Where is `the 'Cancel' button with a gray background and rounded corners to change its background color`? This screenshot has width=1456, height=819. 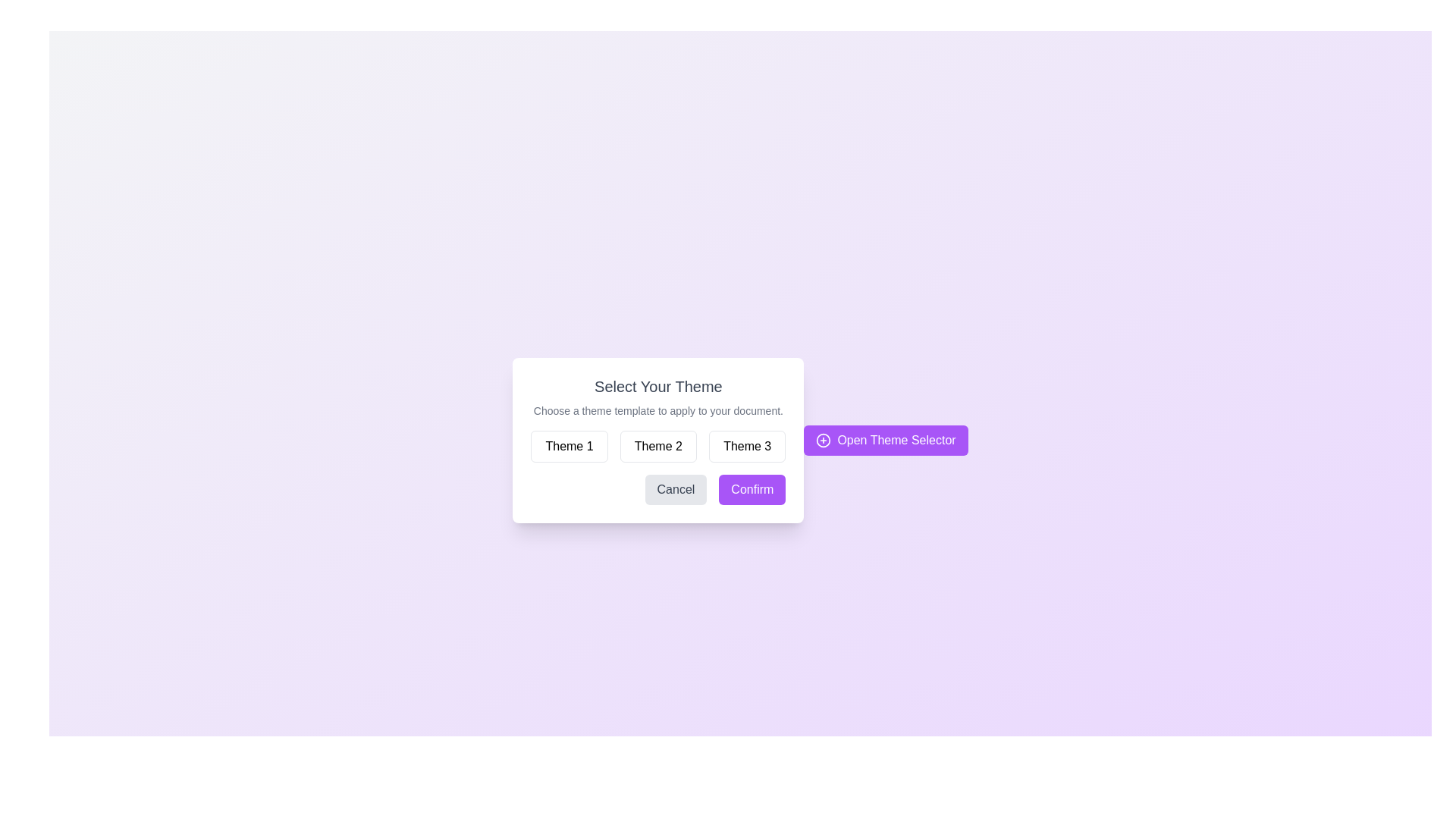
the 'Cancel' button with a gray background and rounded corners to change its background color is located at coordinates (675, 489).